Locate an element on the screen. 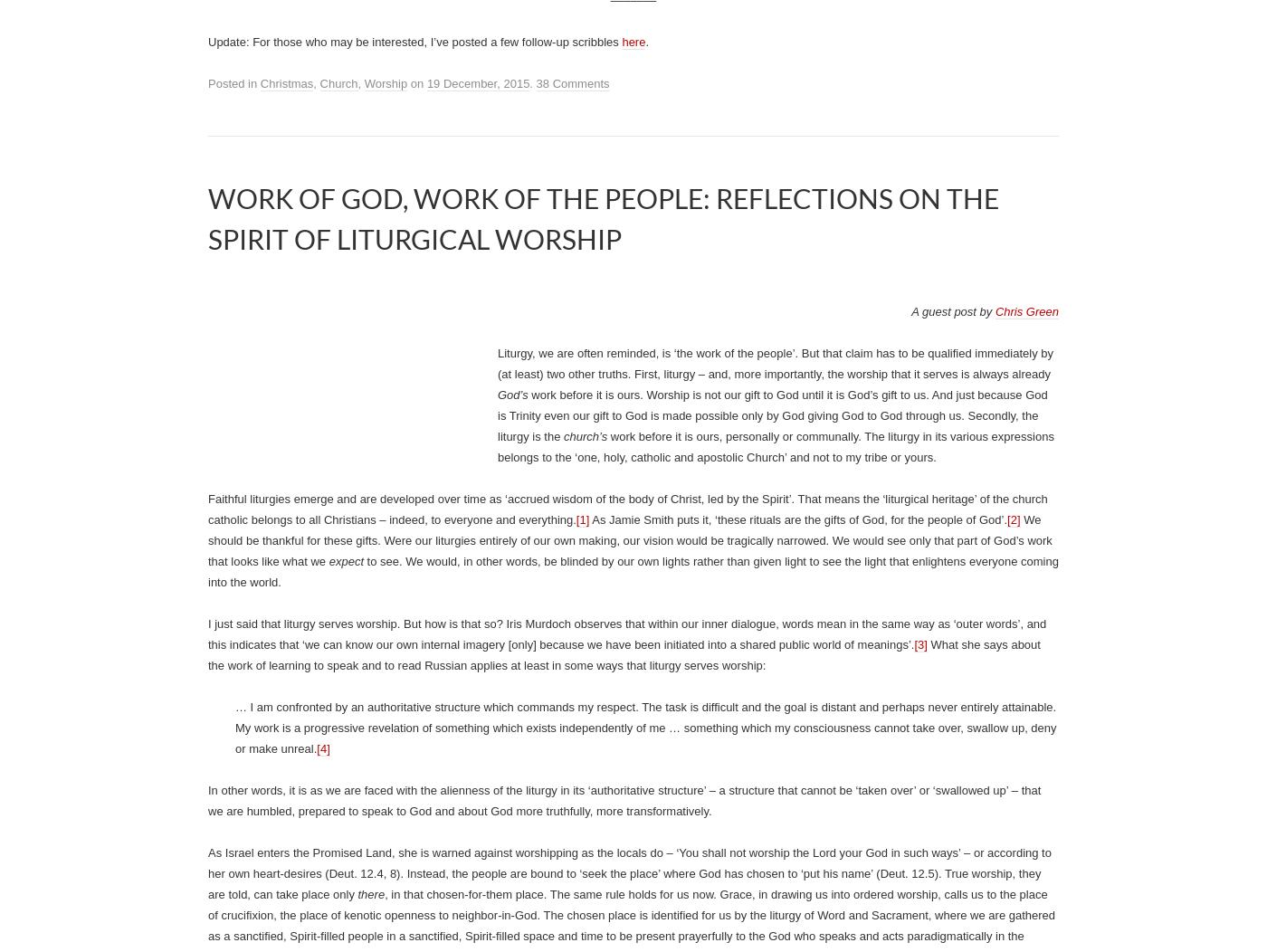  'A guest post by' is located at coordinates (952, 310).